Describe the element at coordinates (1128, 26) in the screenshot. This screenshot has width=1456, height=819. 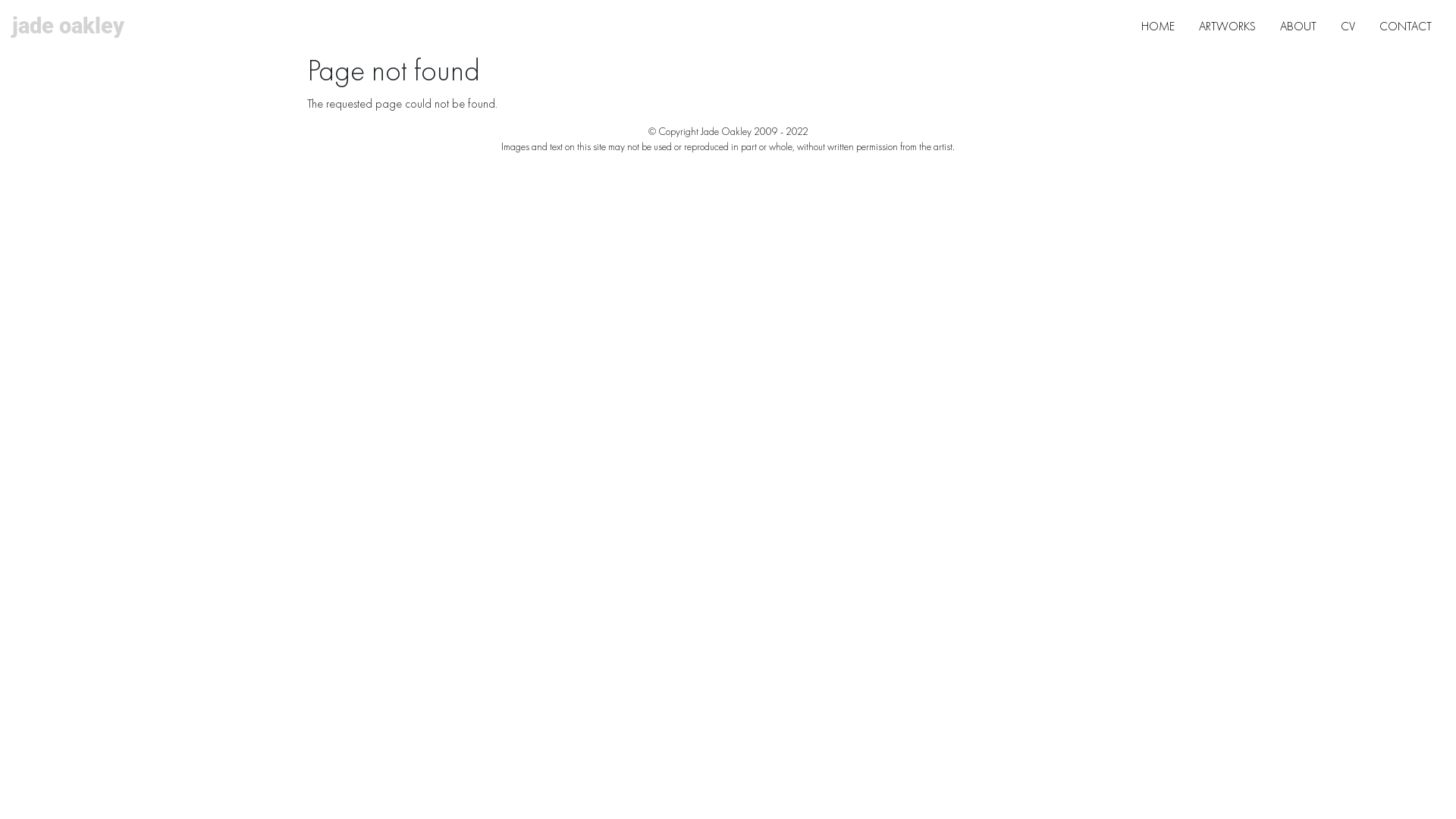
I see `'HOME'` at that location.